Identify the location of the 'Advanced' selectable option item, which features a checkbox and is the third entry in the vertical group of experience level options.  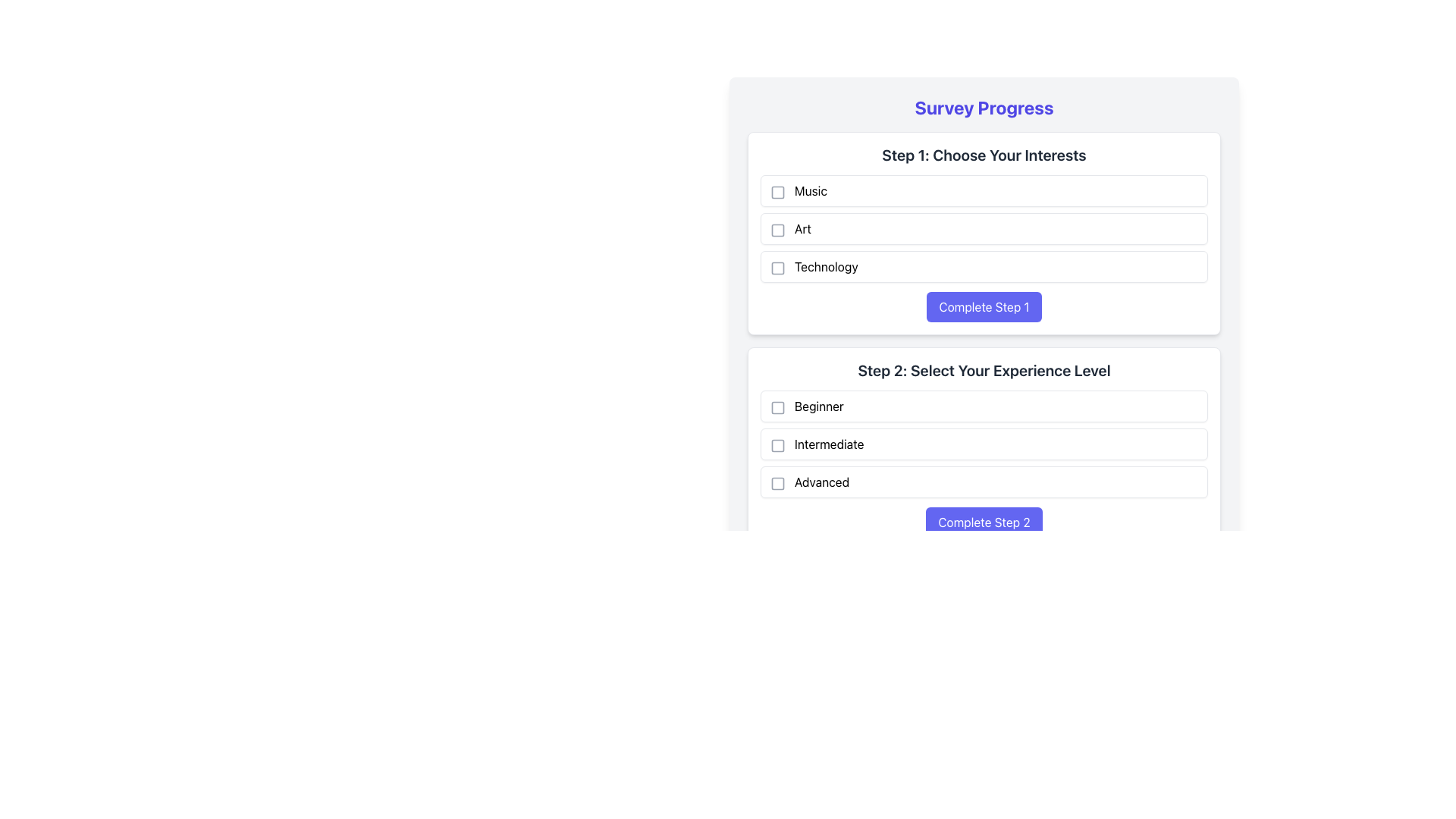
(984, 482).